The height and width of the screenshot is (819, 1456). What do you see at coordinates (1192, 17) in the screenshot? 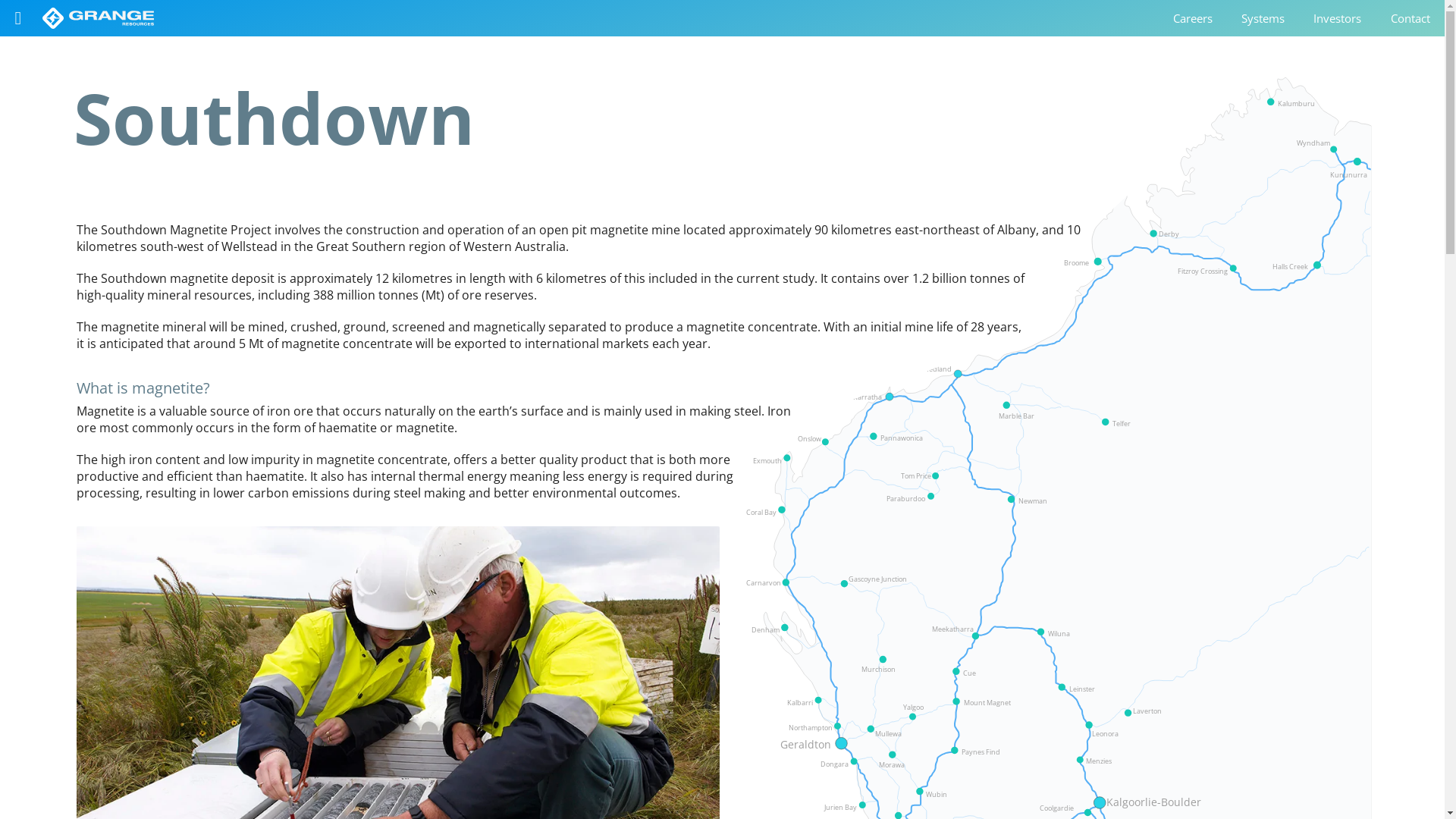
I see `'Careers'` at bounding box center [1192, 17].